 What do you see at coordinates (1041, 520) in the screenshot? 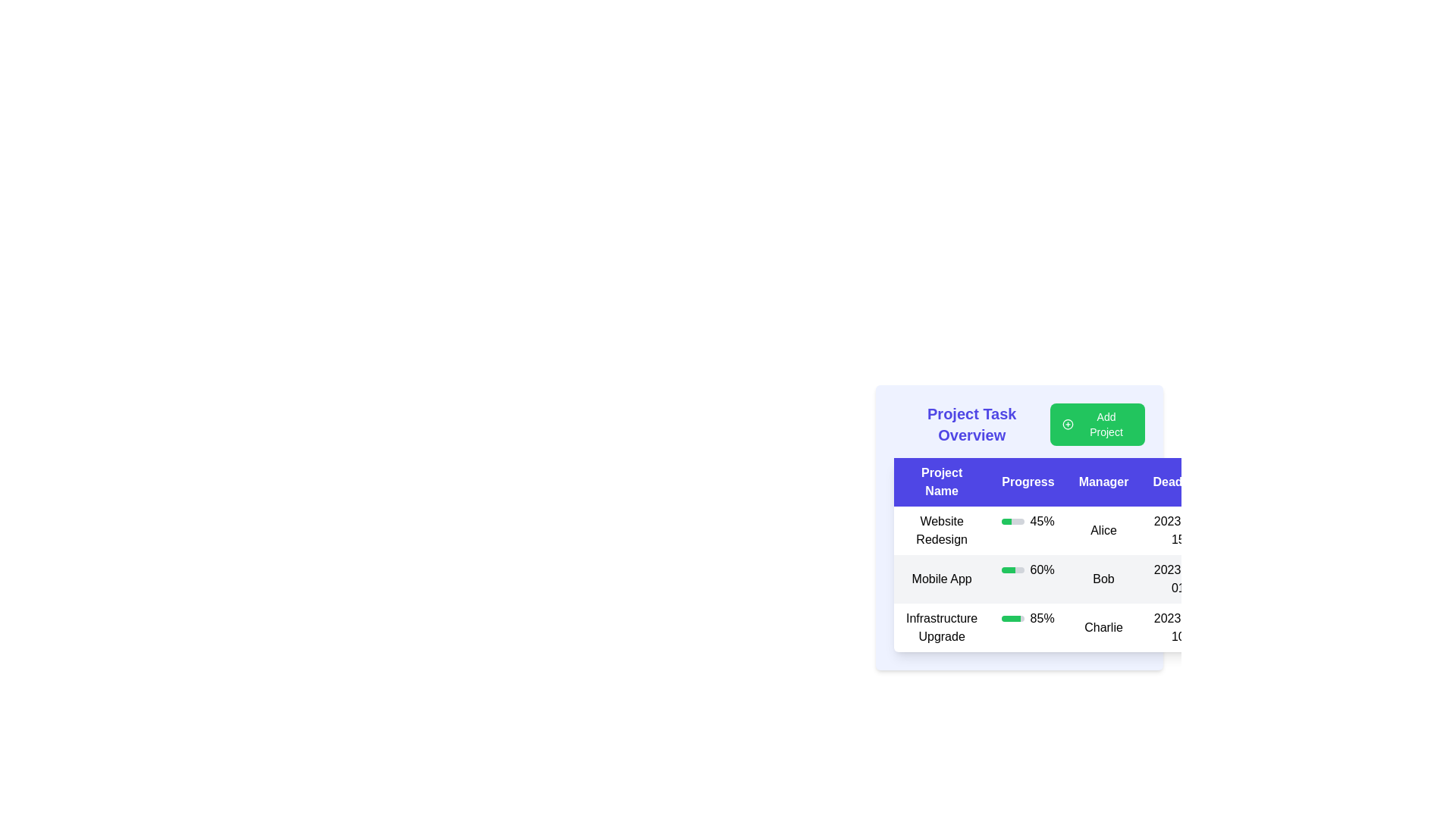
I see `the text label displaying the progress percentage for the 'Website Redesign' task, located under the 'Progress' column and to the right of the green progress bar` at bounding box center [1041, 520].